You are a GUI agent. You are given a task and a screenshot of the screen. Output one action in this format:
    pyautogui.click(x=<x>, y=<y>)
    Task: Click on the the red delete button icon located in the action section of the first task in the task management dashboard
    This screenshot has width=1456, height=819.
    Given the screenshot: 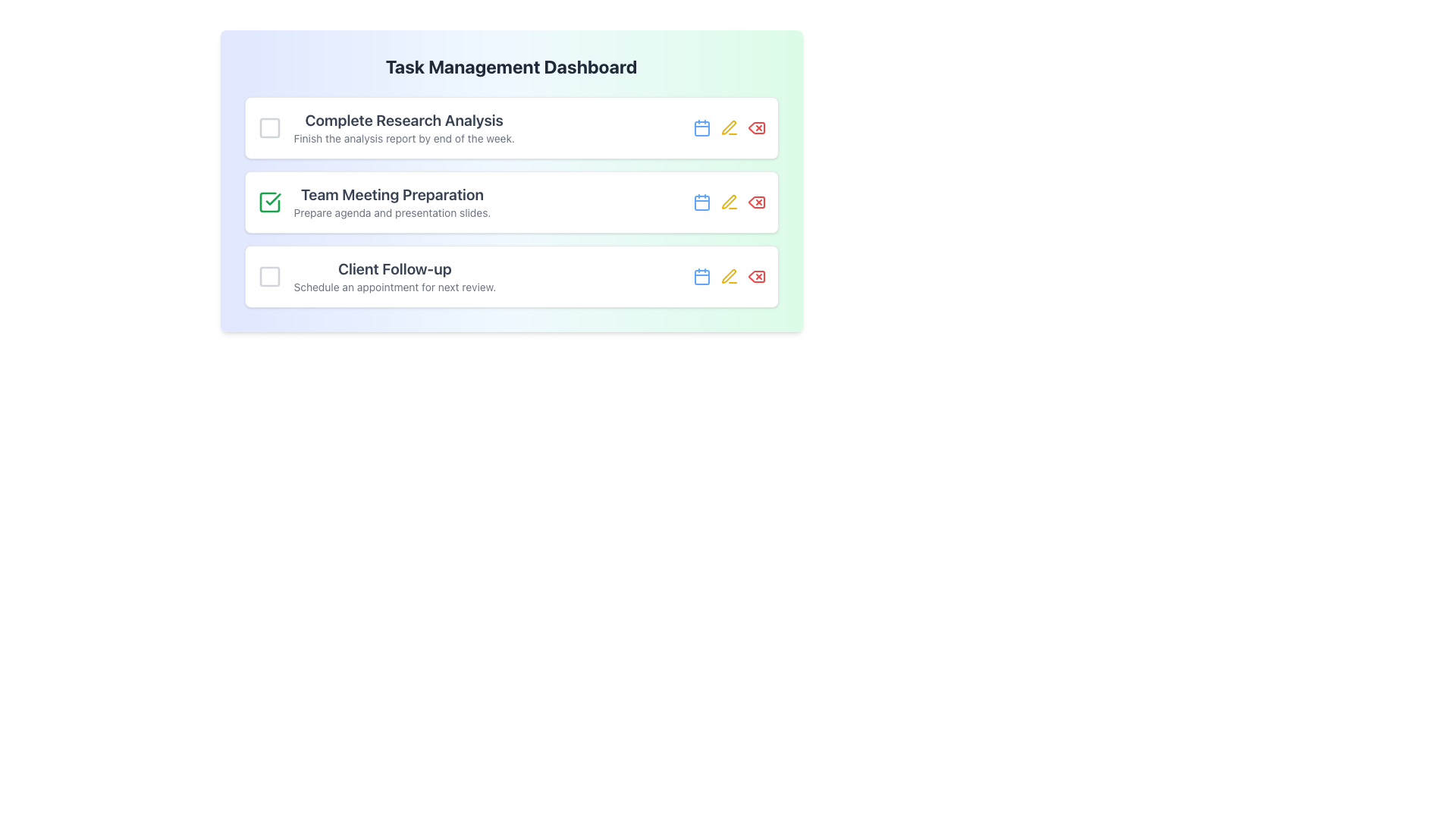 What is the action you would take?
    pyautogui.click(x=756, y=127)
    